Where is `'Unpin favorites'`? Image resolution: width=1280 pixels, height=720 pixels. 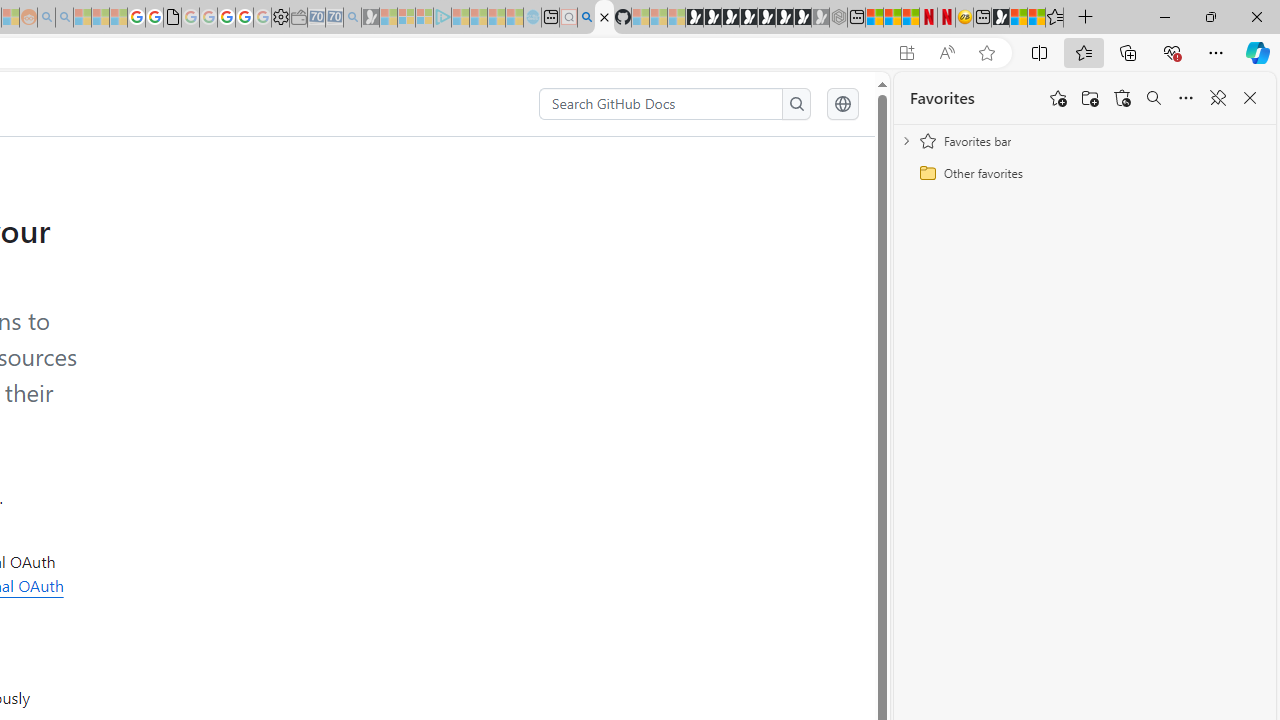
'Unpin favorites' is located at coordinates (1216, 98).